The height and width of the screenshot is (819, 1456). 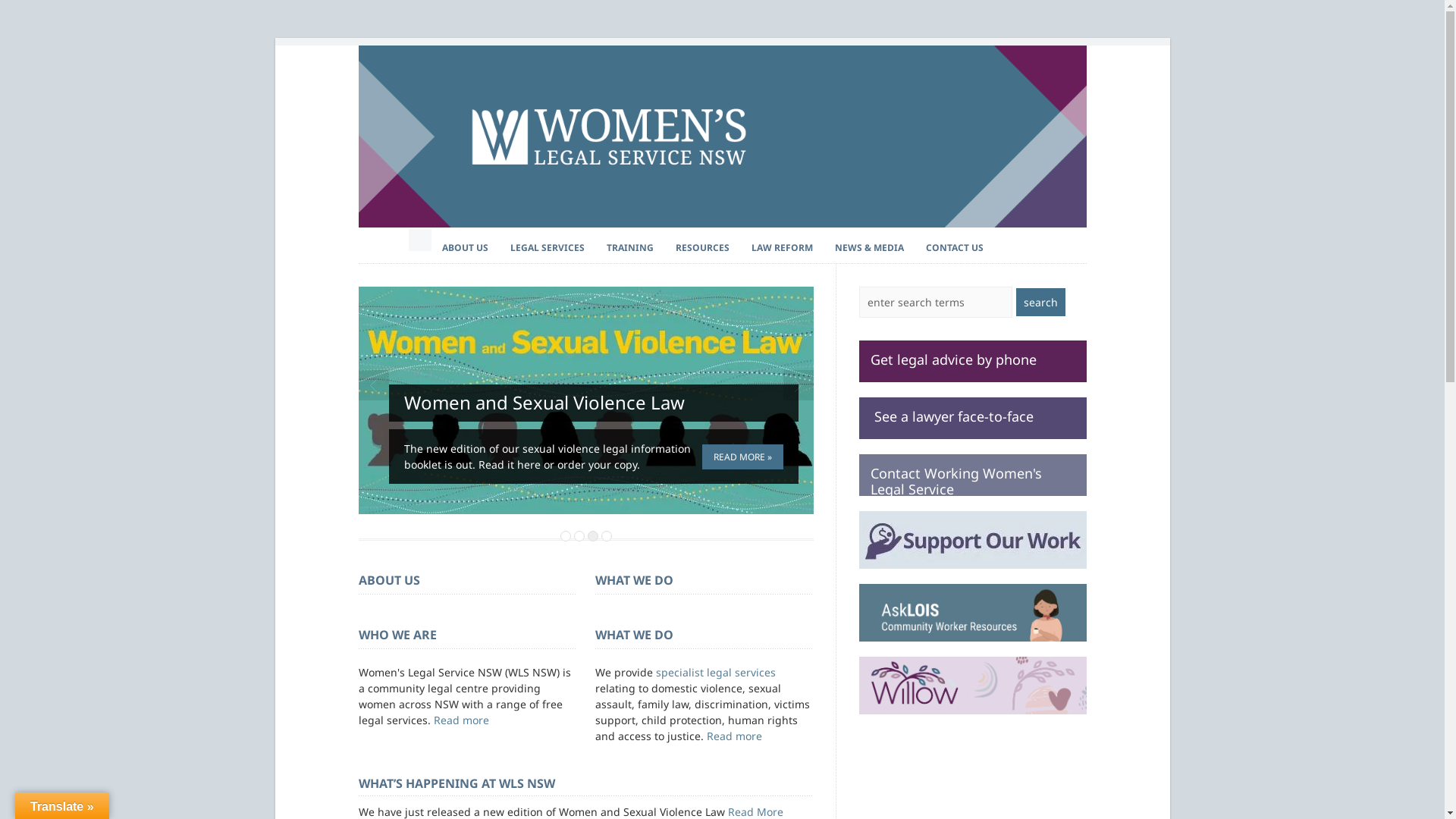 What do you see at coordinates (714, 671) in the screenshot?
I see `'specialist legal services'` at bounding box center [714, 671].